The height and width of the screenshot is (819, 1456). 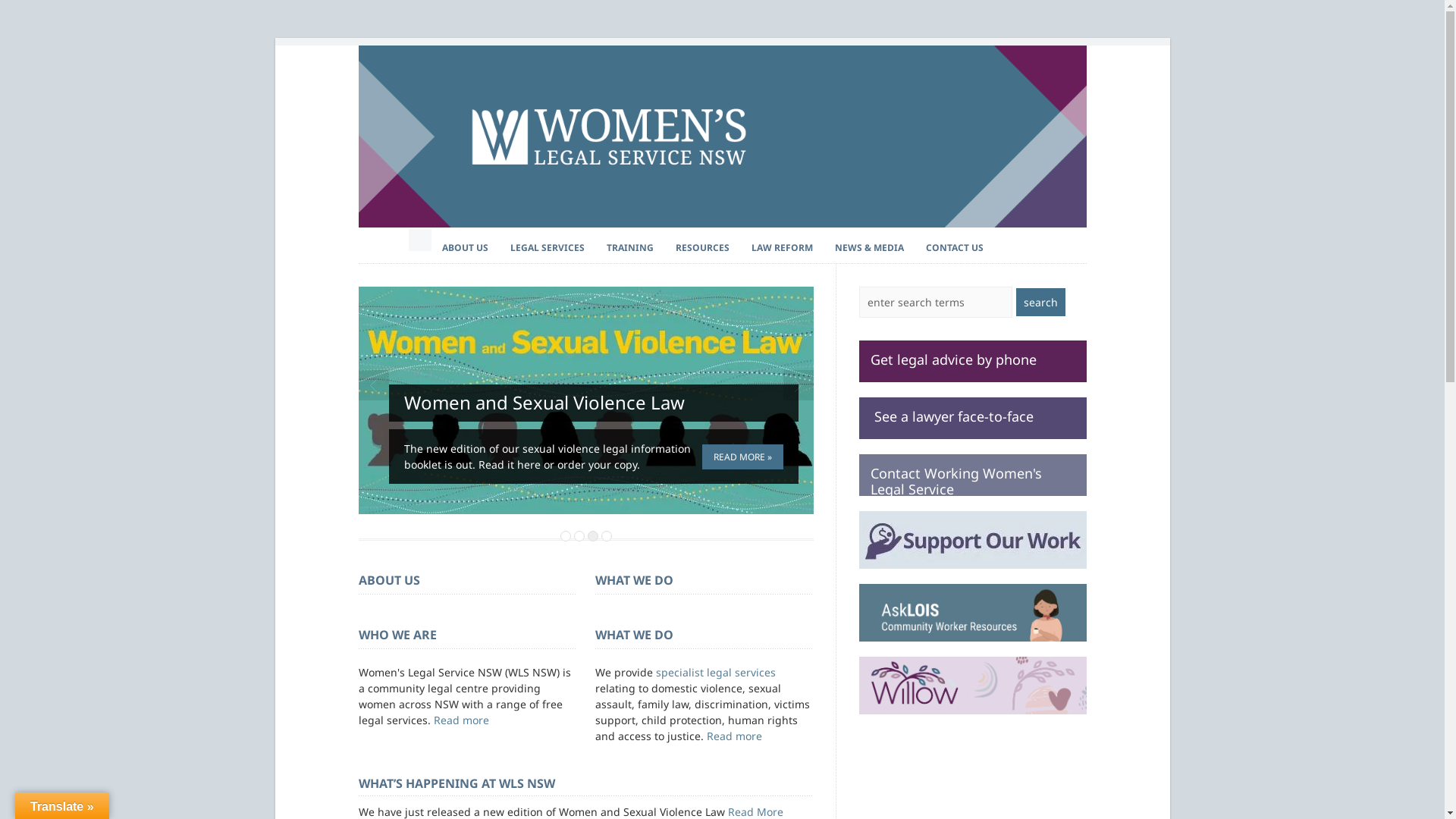 What do you see at coordinates (714, 671) in the screenshot?
I see `'specialist legal services'` at bounding box center [714, 671].